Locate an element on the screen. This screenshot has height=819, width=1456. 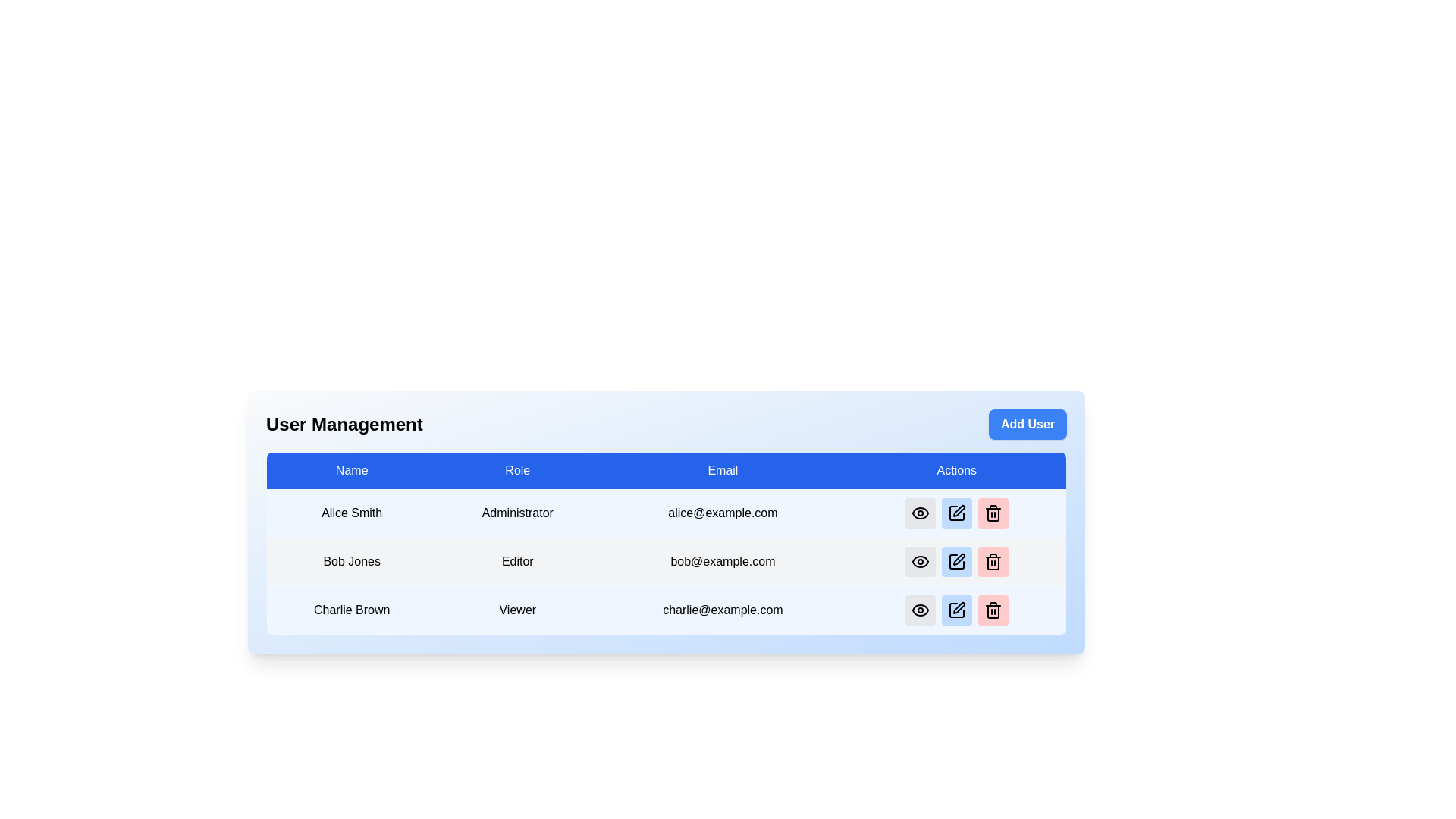
the 'Actions' header text element, which is styled with white text on a bright blue background and is prominently positioned at the top of the last column in a table layout is located at coordinates (956, 469).